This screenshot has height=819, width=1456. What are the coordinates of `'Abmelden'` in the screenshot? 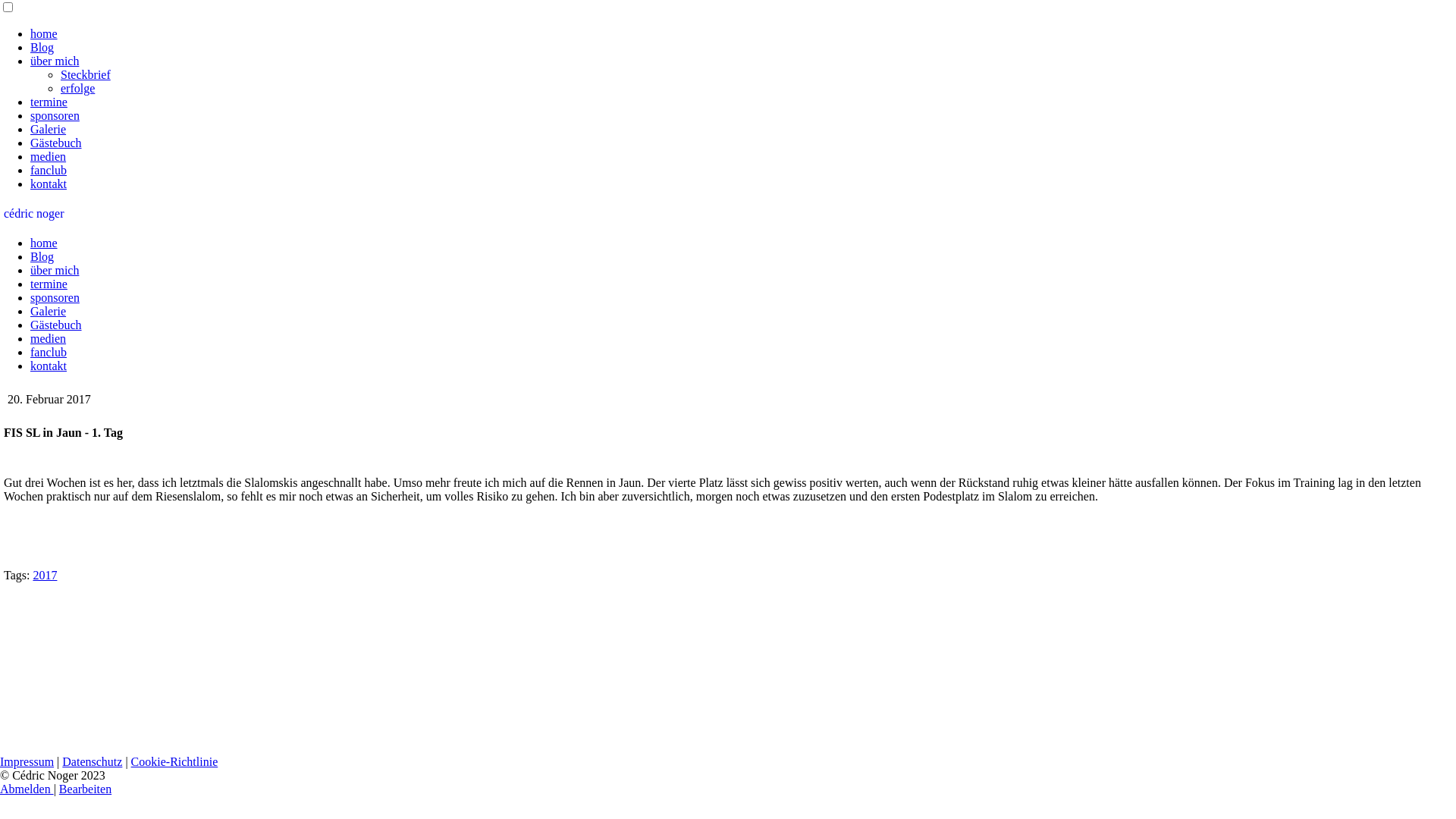 It's located at (0, 788).